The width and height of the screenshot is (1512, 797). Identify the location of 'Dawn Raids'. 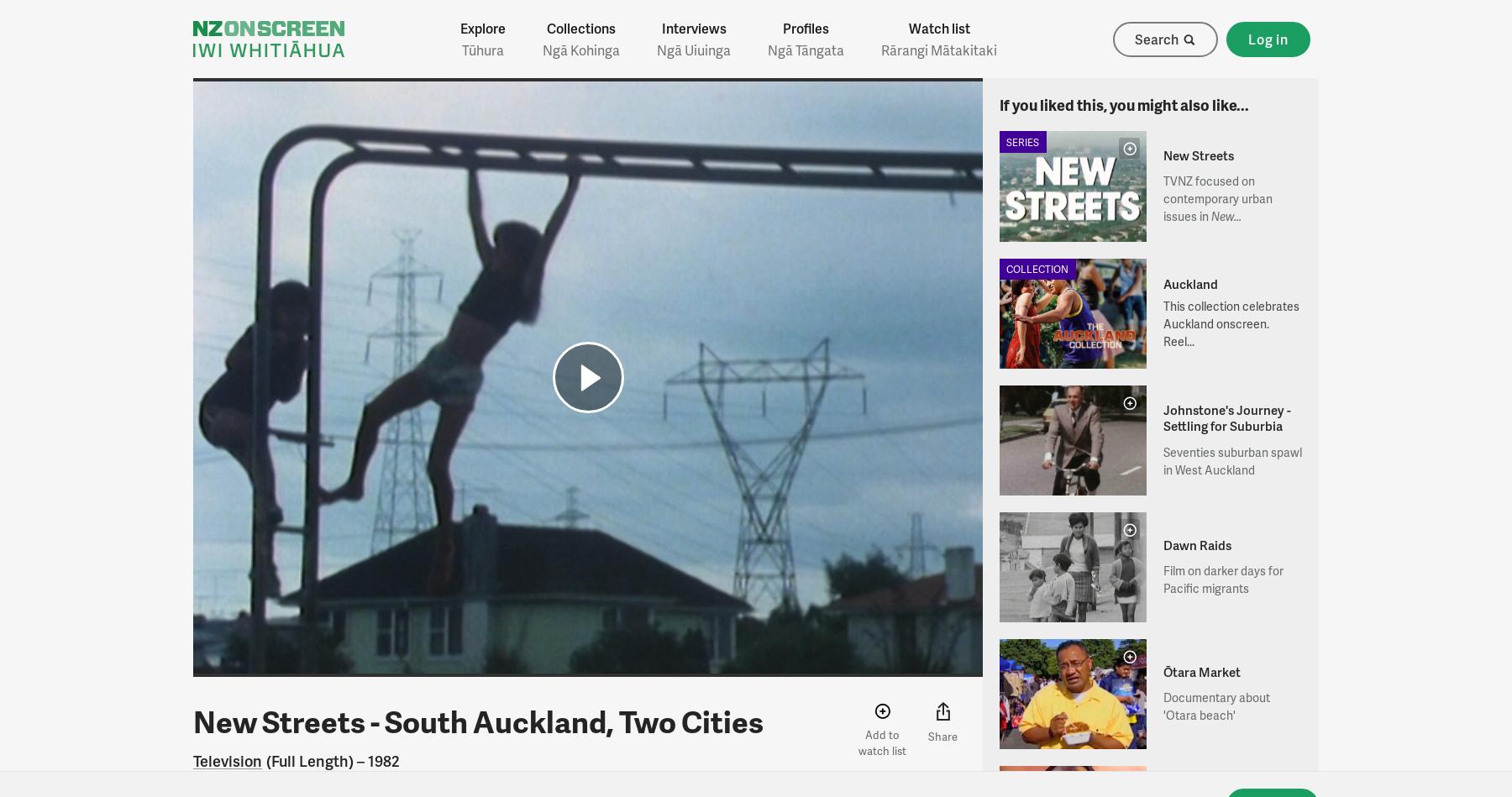
(1195, 543).